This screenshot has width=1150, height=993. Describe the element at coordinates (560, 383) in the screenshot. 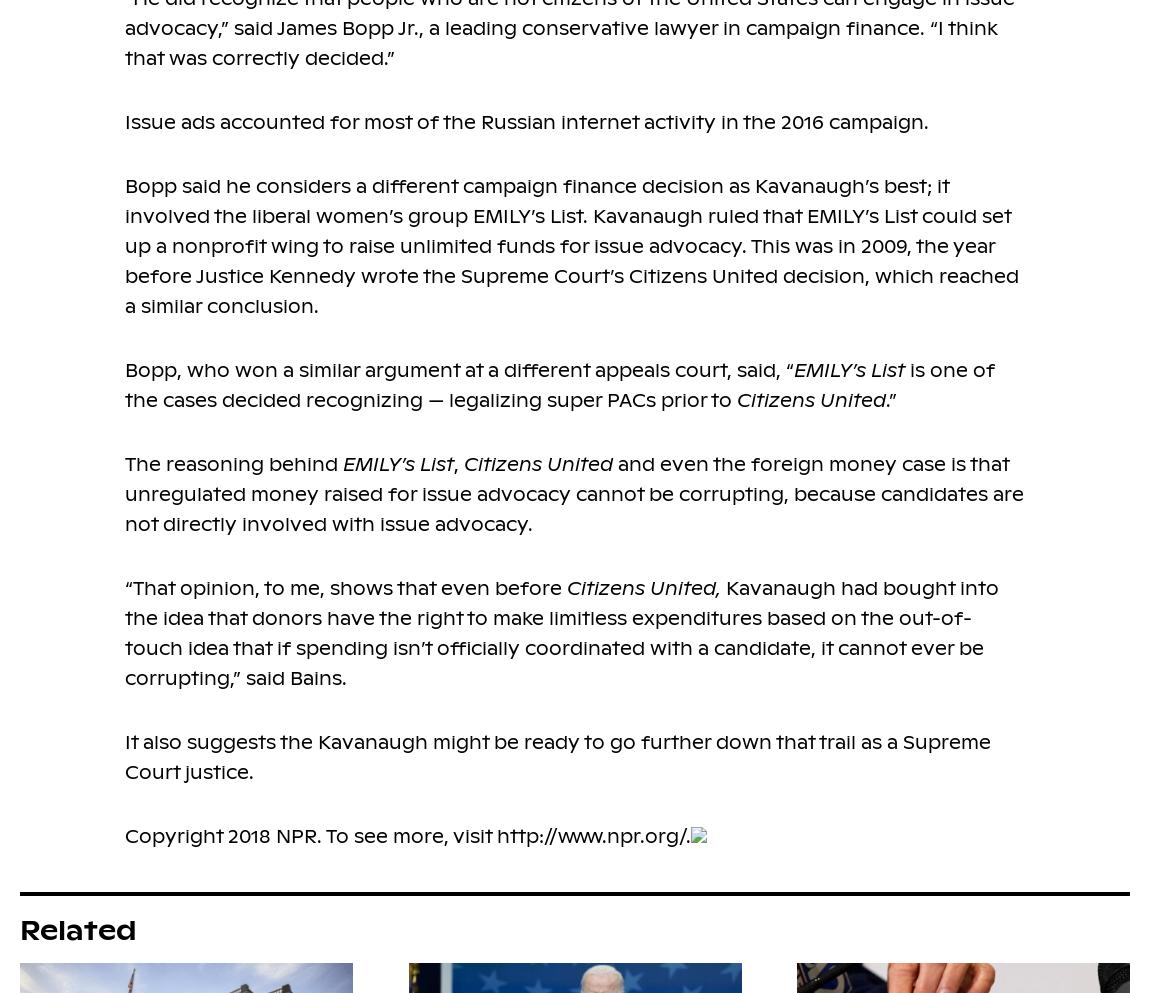

I see `'is one of the cases decided recognizing — legalizing super PACs prior to'` at that location.